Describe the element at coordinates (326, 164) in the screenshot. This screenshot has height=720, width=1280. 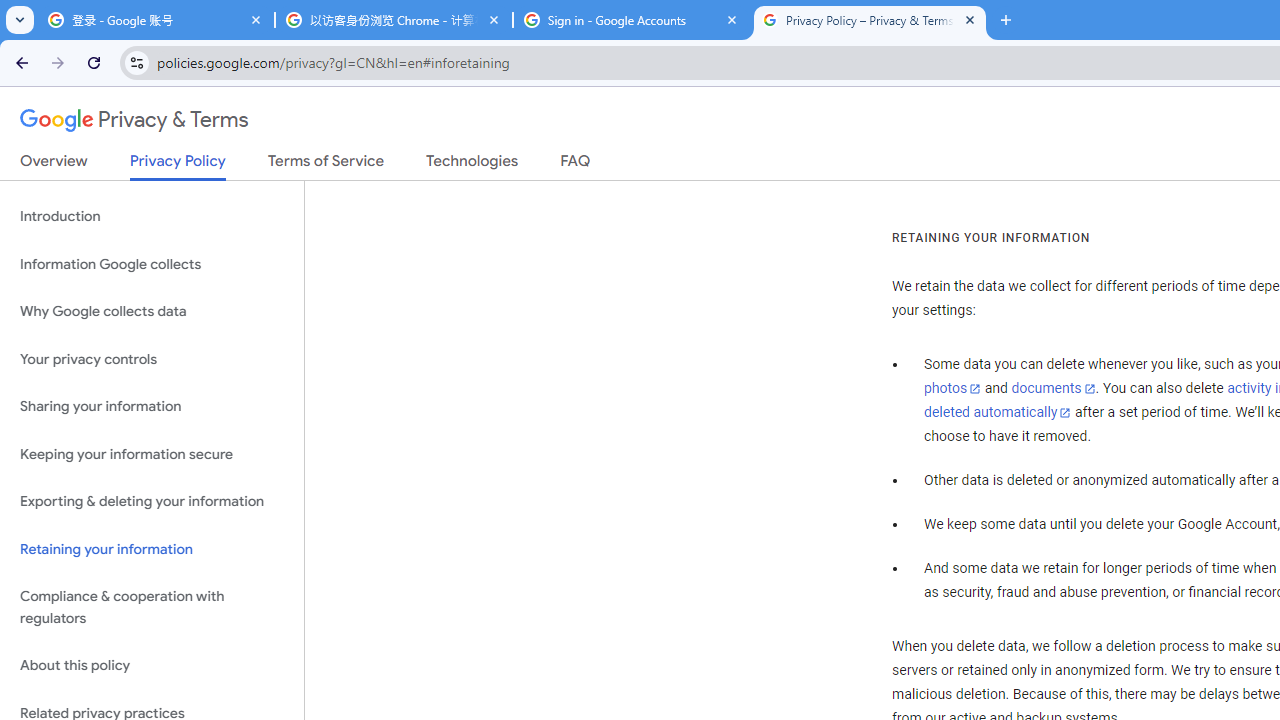
I see `'Terms of Service'` at that location.